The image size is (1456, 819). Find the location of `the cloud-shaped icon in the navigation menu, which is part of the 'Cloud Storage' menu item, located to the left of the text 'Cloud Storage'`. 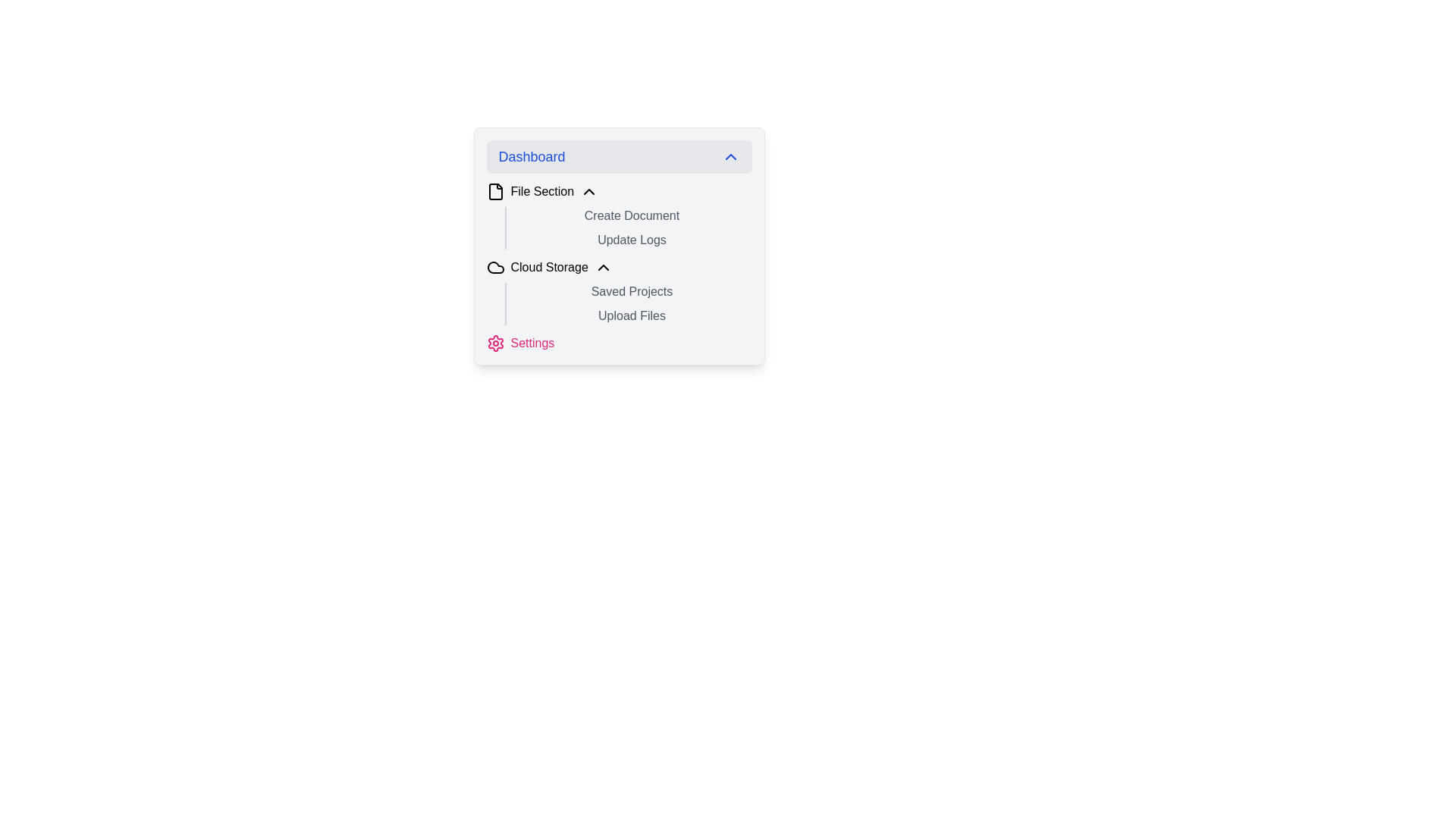

the cloud-shaped icon in the navigation menu, which is part of the 'Cloud Storage' menu item, located to the left of the text 'Cloud Storage' is located at coordinates (495, 267).